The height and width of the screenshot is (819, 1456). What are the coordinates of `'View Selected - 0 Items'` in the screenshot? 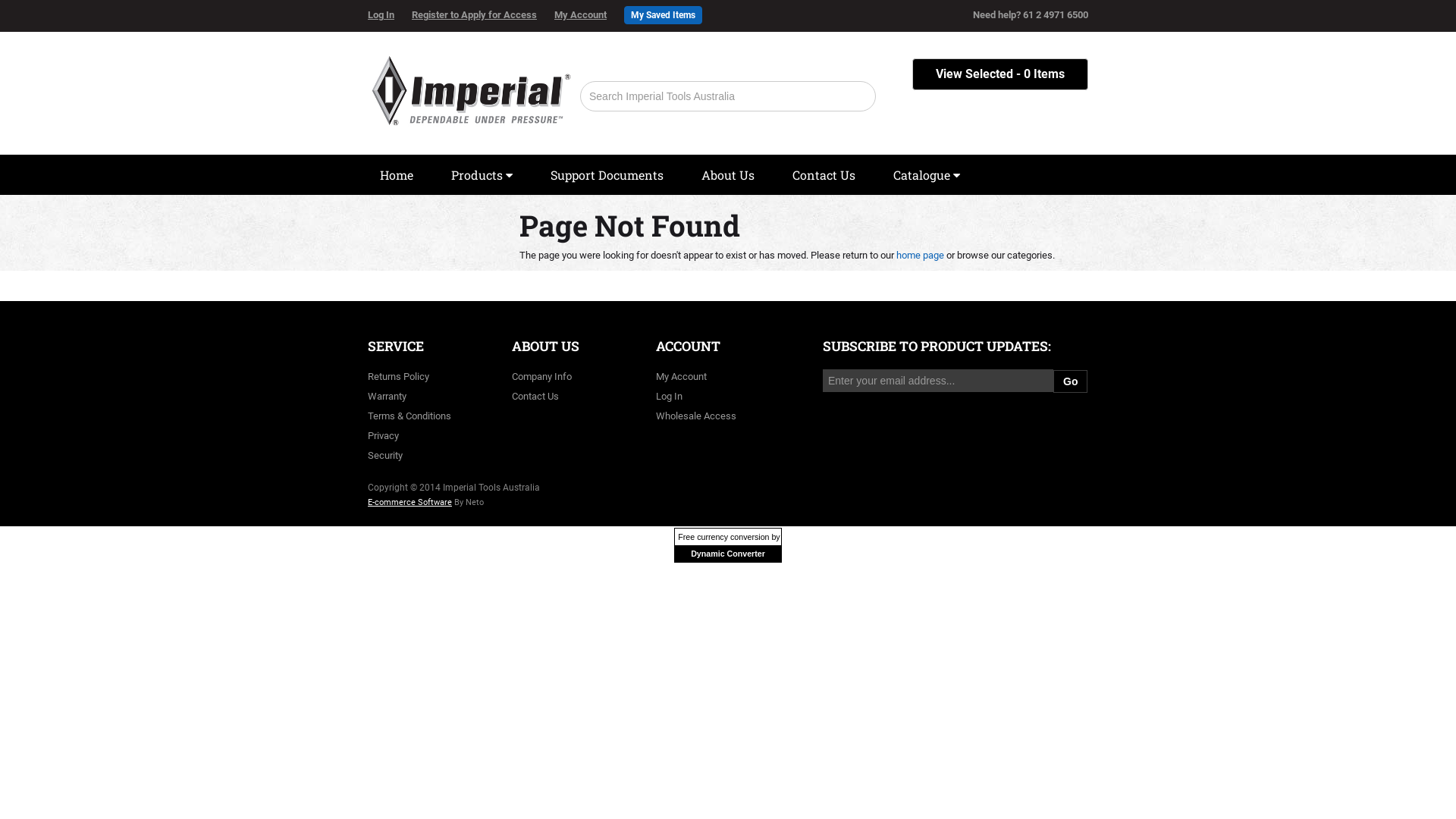 It's located at (912, 74).